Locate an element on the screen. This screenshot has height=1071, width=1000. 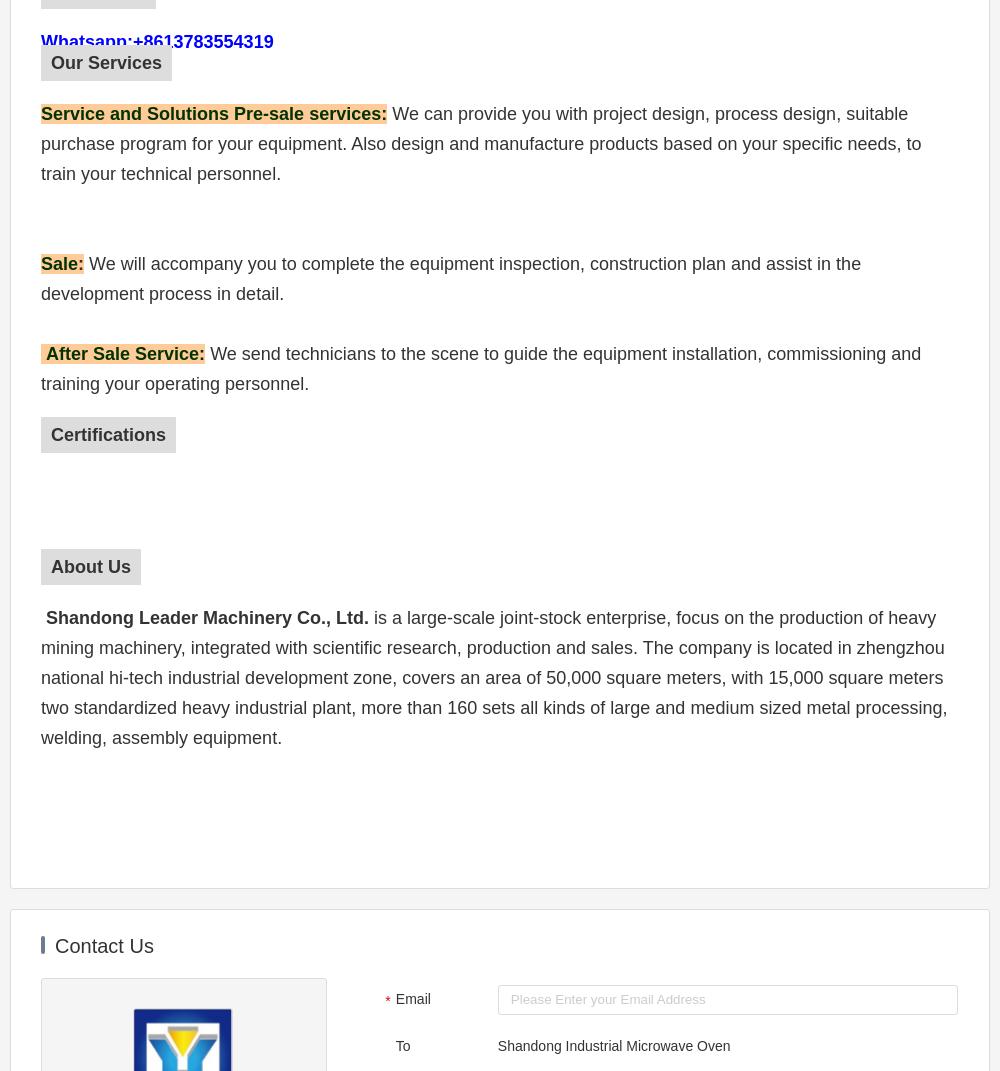
'Sale' is located at coordinates (59, 264).